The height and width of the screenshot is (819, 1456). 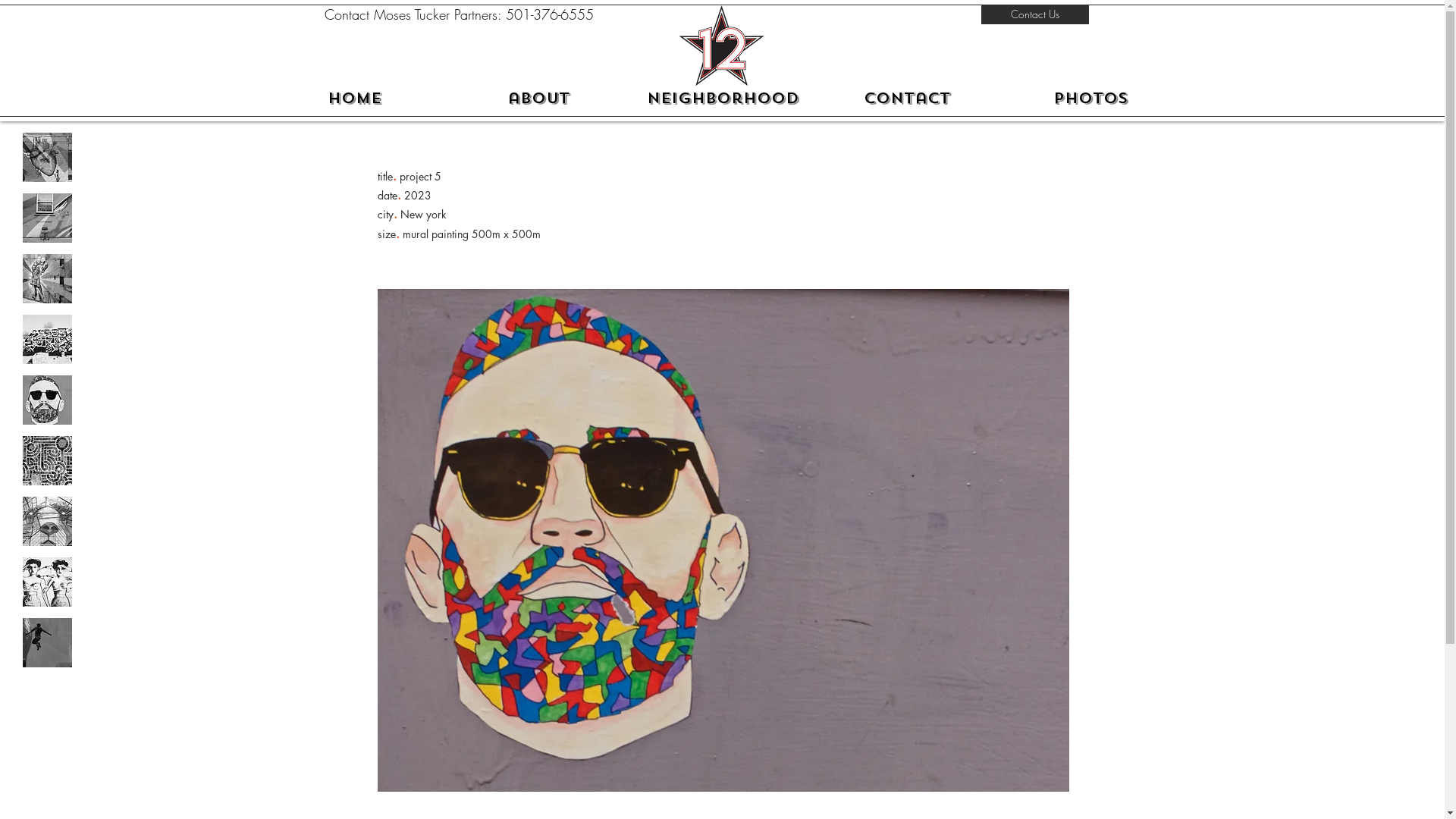 I want to click on 'HOME', so click(x=353, y=99).